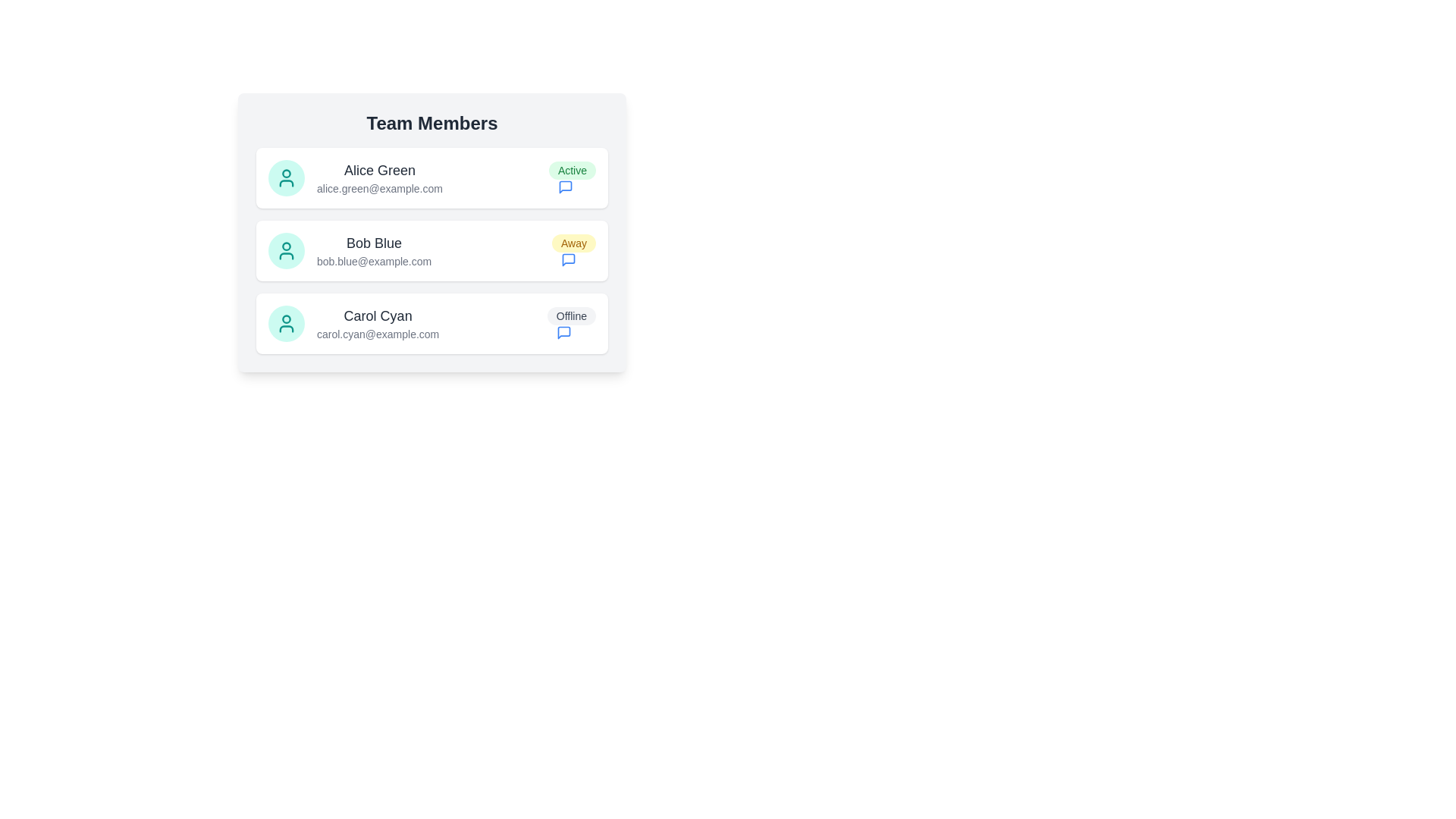  I want to click on the status label displaying 'Offline', which is located within the third item of the 'Team Members' list, adjacent to 'Carol Cyan' and her email, with a speech bubble icon to its right, so click(570, 315).